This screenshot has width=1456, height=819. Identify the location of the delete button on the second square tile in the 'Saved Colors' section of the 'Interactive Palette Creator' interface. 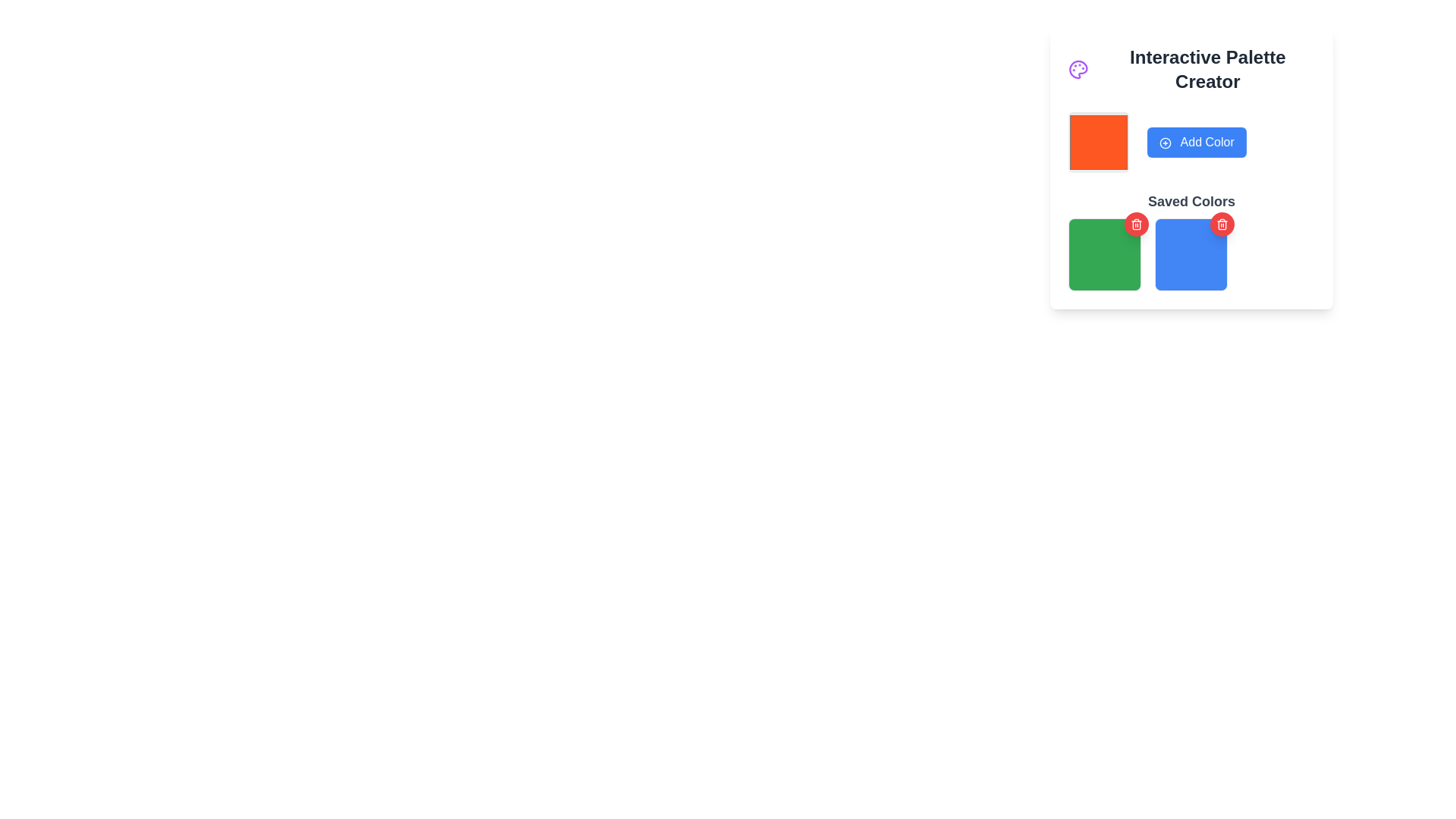
(1191, 253).